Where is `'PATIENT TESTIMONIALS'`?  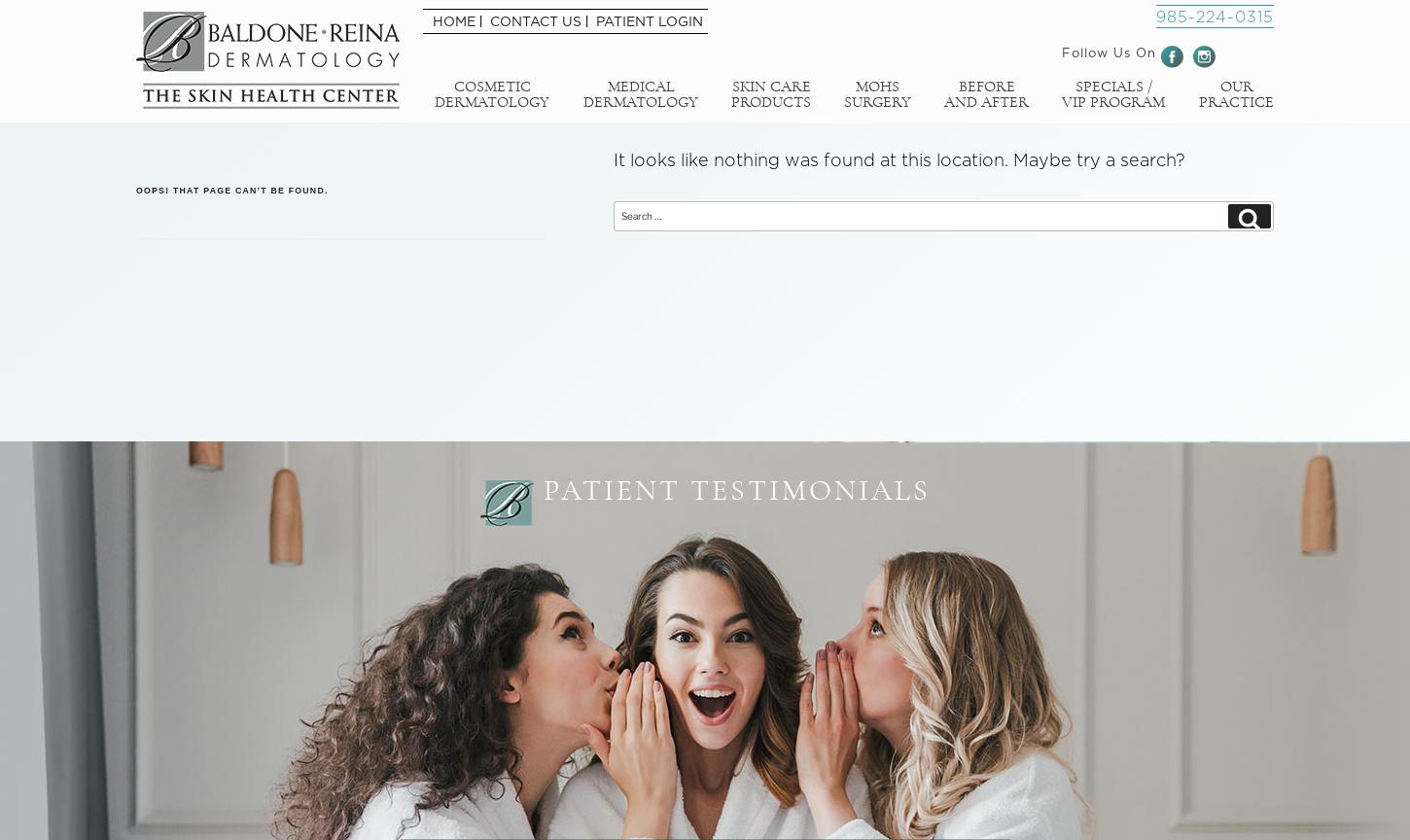
'PATIENT TESTIMONIALS' is located at coordinates (736, 491).